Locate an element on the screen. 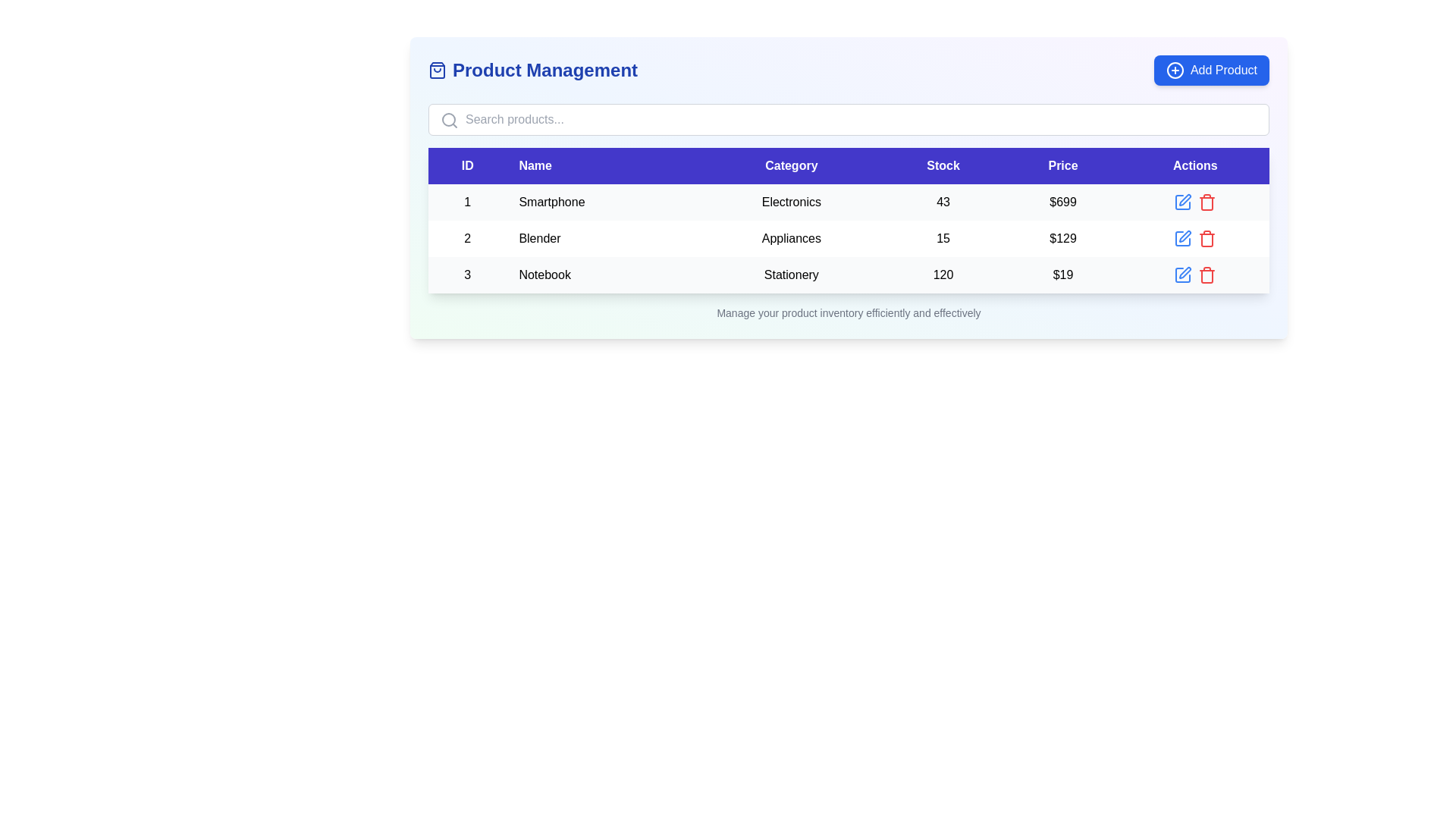 Image resolution: width=1456 pixels, height=819 pixels. value displayed in the Label representing the price for the item 'Notebook' located in the fifth column of the third row under the 'Price' header is located at coordinates (1062, 275).